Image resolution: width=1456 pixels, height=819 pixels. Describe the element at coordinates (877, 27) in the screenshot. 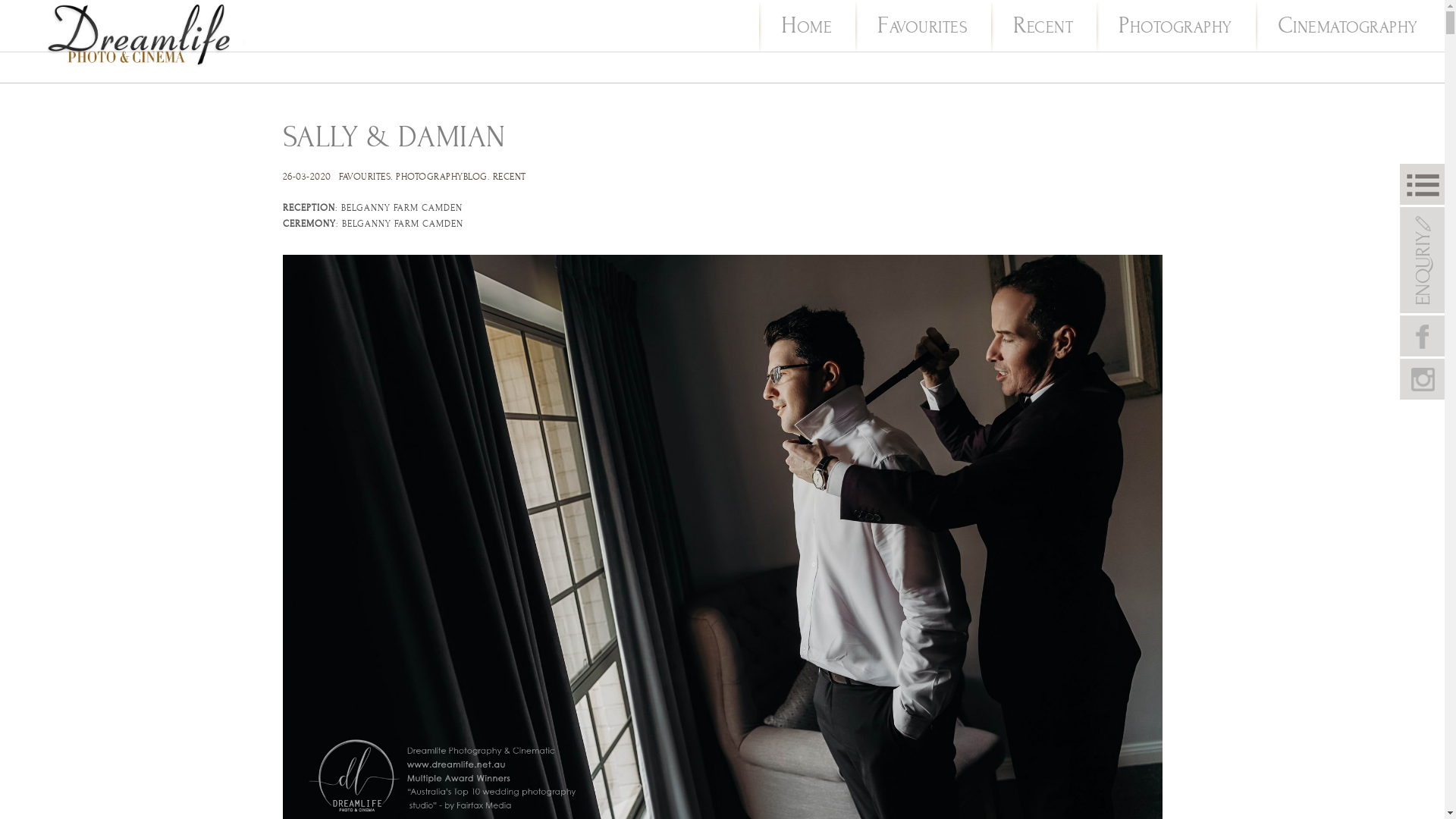

I see `'FAVOURITES'` at that location.